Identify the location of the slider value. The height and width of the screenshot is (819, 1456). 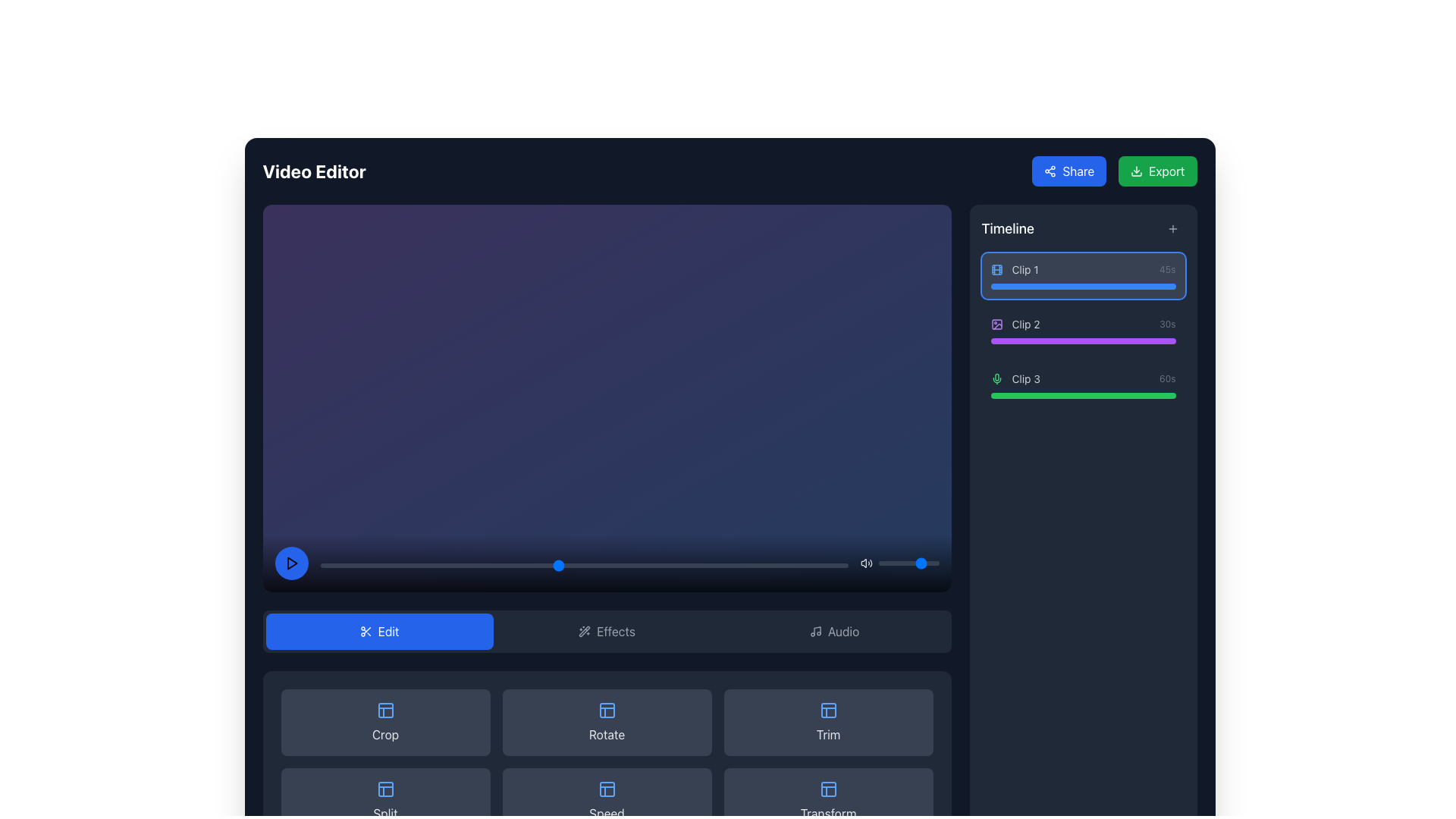
(910, 563).